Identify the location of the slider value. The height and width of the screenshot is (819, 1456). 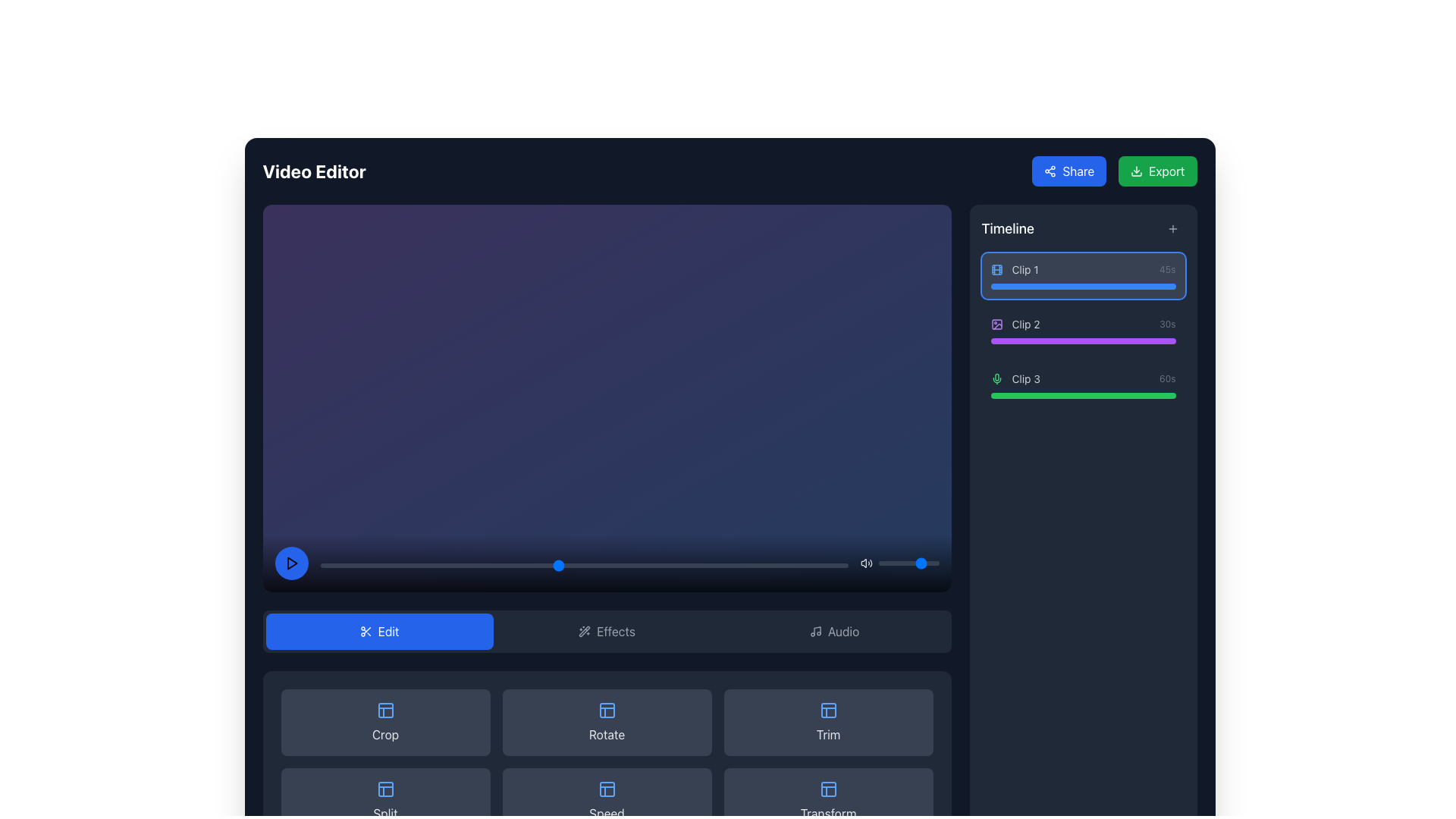
(910, 563).